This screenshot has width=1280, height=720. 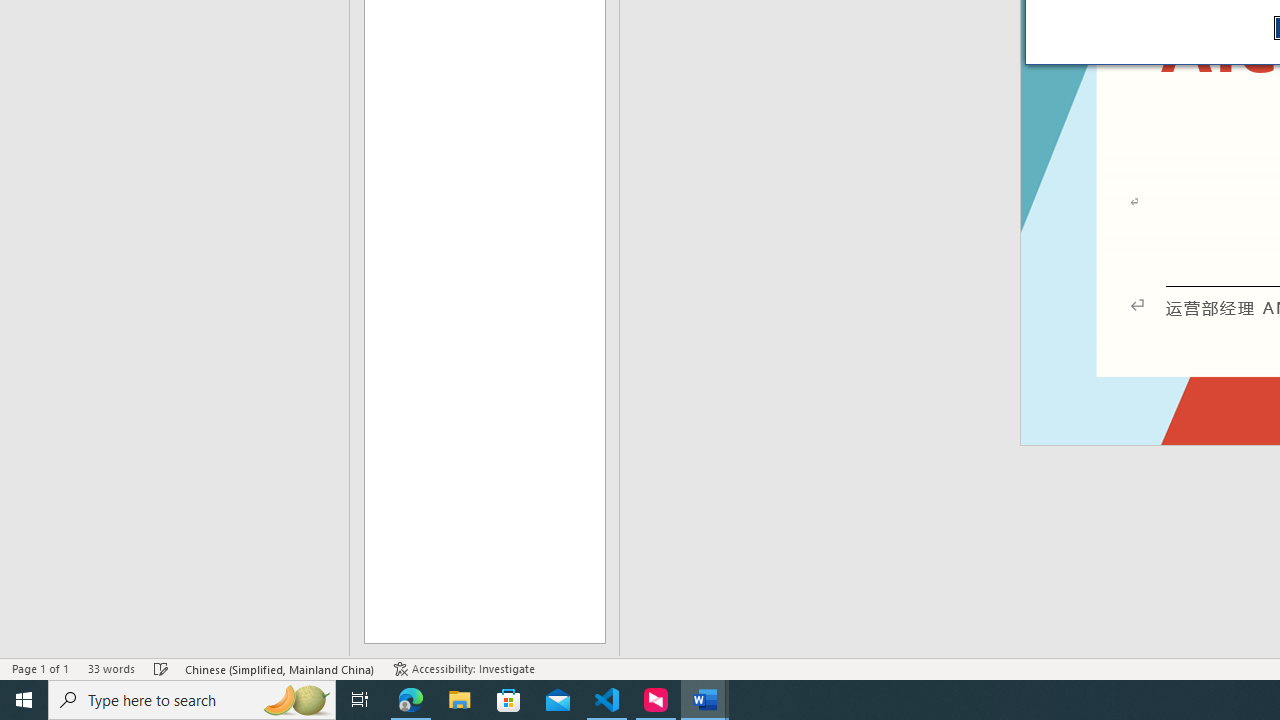 What do you see at coordinates (463, 669) in the screenshot?
I see `'Accessibility Checker Accessibility: Investigate'` at bounding box center [463, 669].